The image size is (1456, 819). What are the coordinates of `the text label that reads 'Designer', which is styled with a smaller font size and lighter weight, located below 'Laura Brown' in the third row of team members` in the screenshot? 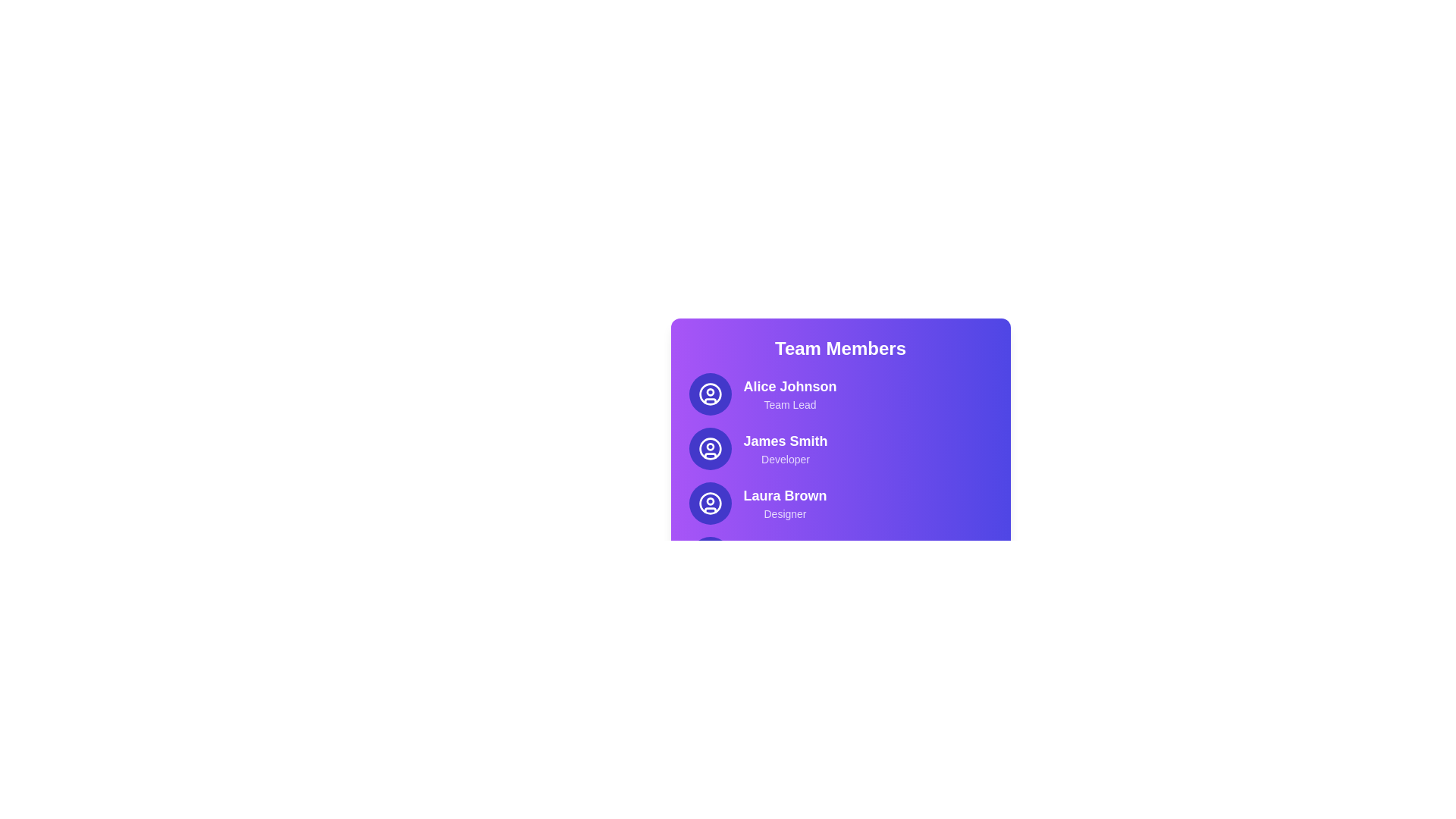 It's located at (785, 513).